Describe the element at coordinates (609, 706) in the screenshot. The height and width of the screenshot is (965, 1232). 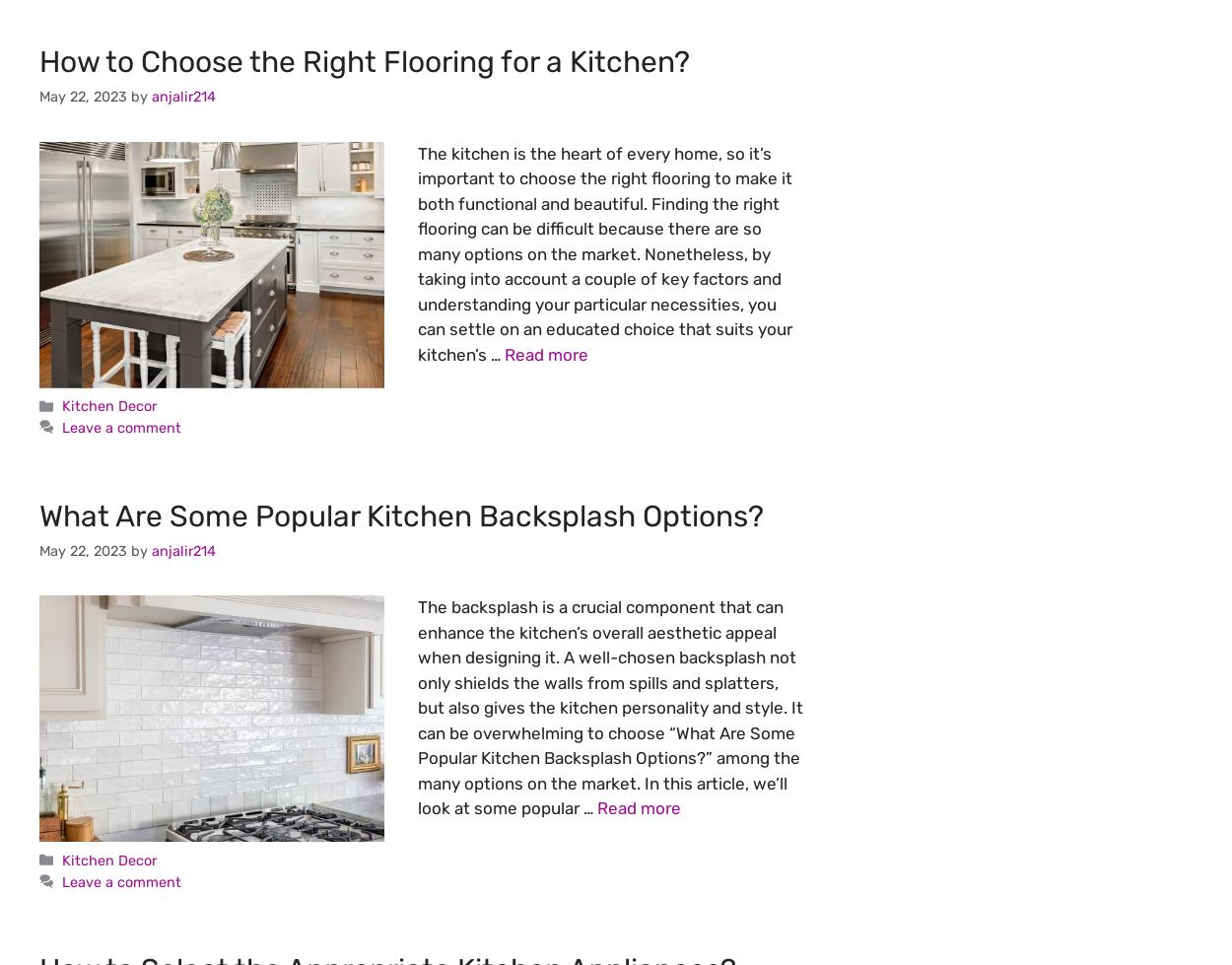
I see `'The backsplash is a crucial component that can enhance the kitchen’s overall aesthetic appeal when designing it. A well-chosen backsplash not only shields the walls from spills and splatters, but also gives the kitchen personality and style. It can be overwhelming to choose “What Are Some Popular Kitchen Backsplash Options?” among the many options on the market. In this article, we’ll look at some popular …'` at that location.